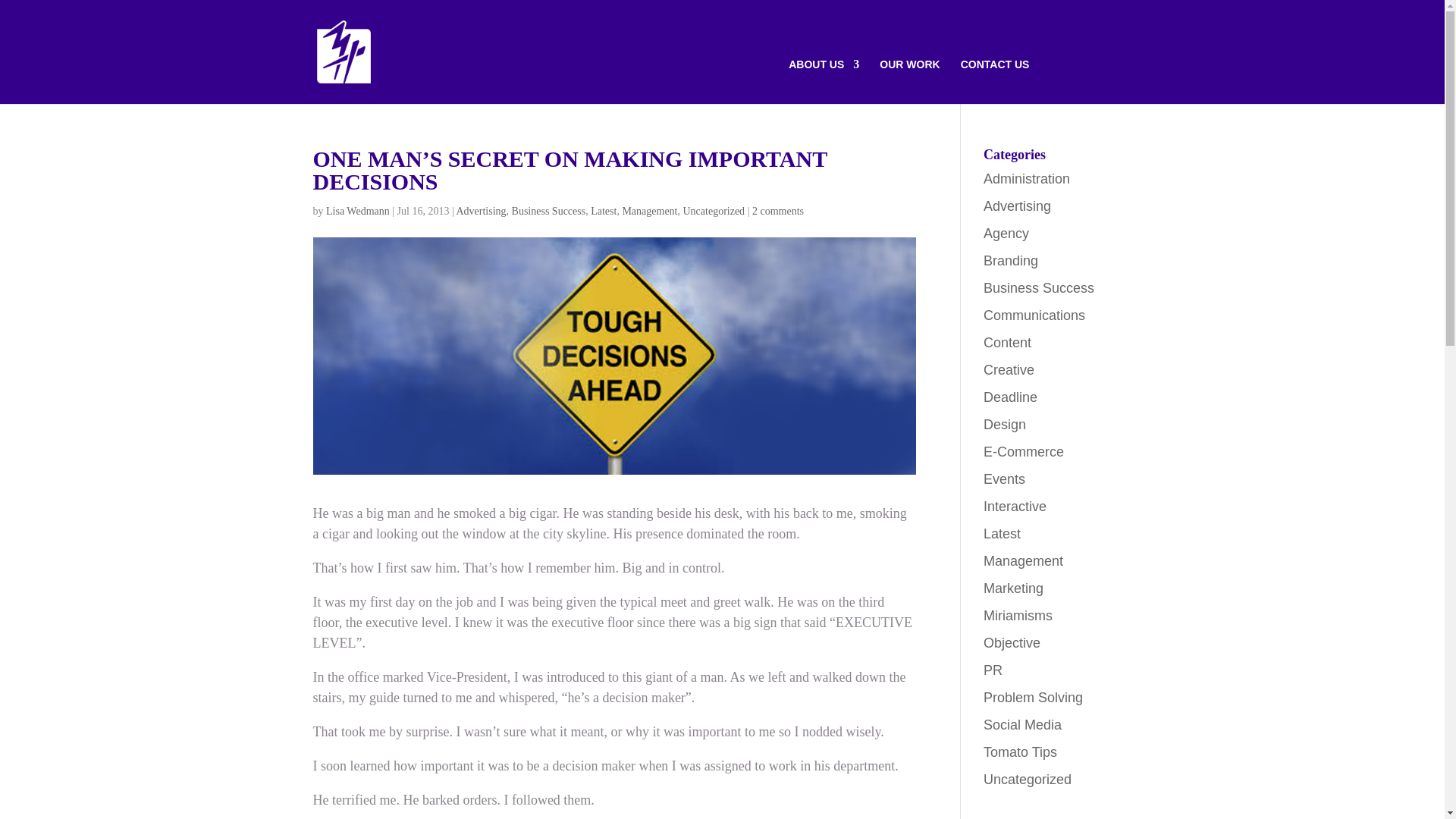 Image resolution: width=1456 pixels, height=819 pixels. Describe the element at coordinates (909, 81) in the screenshot. I see `'OUR WORK'` at that location.